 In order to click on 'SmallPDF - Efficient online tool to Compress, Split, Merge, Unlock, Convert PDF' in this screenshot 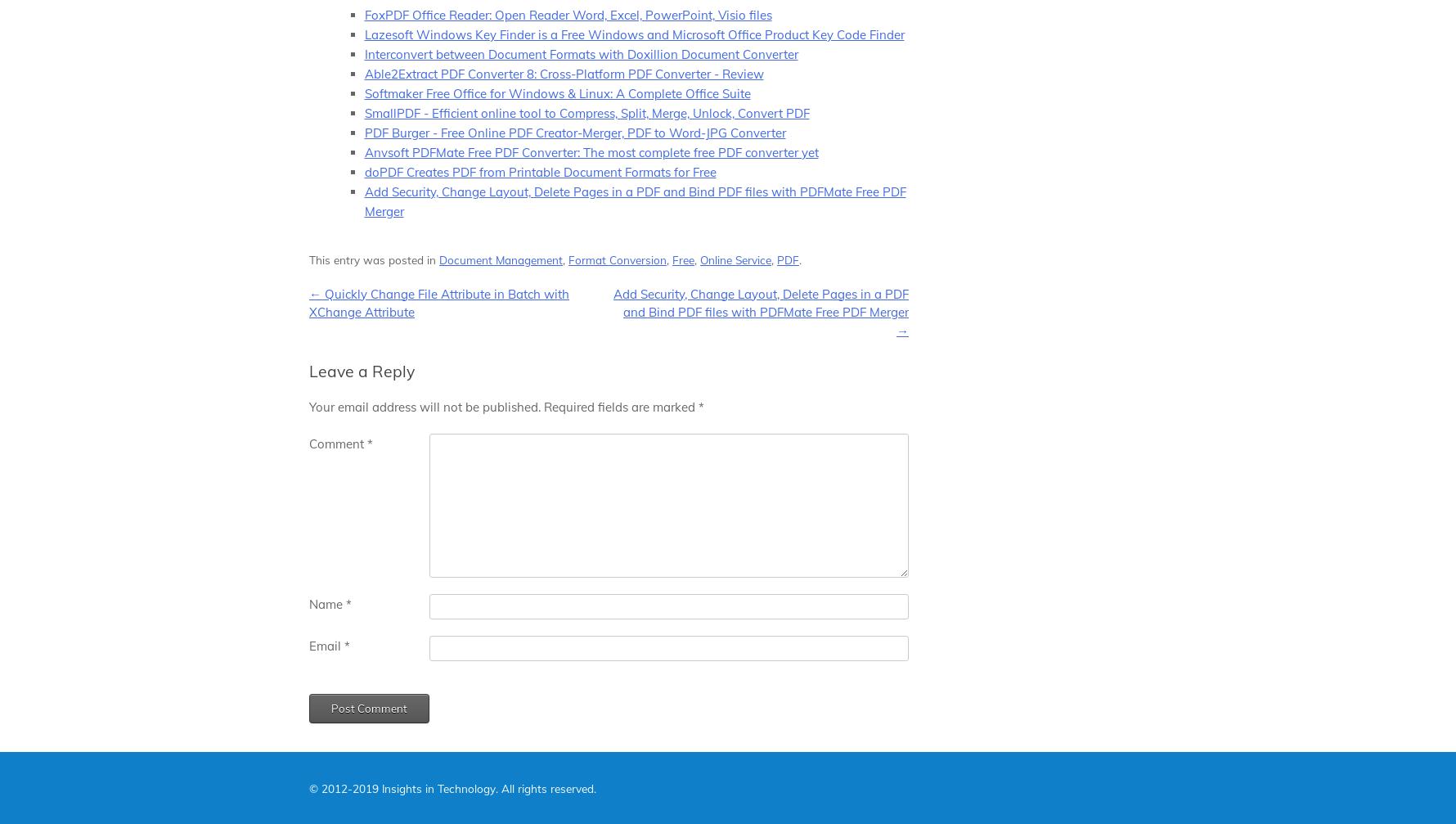, I will do `click(364, 112)`.